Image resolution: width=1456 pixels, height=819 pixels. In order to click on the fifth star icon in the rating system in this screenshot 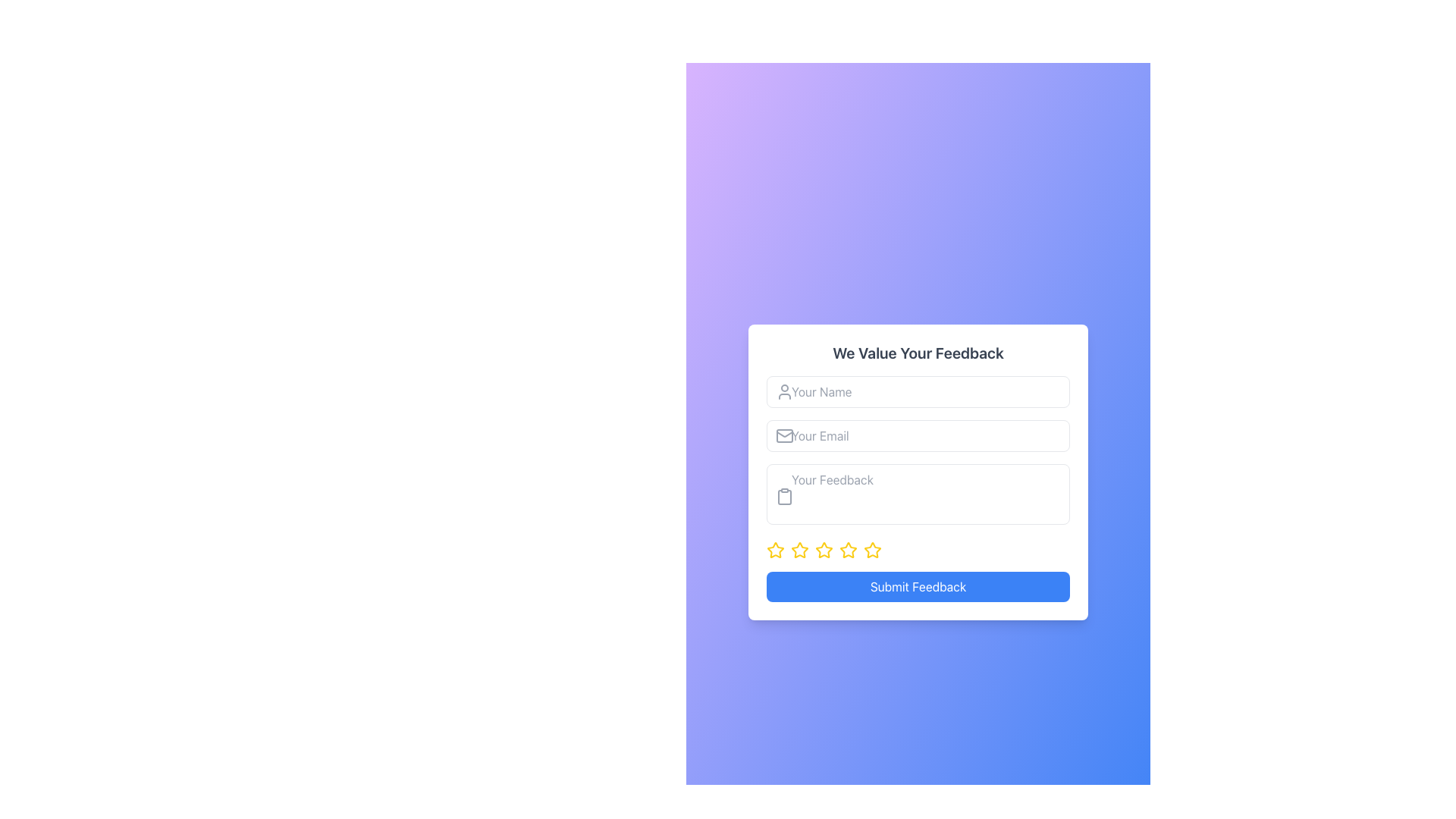, I will do `click(823, 550)`.